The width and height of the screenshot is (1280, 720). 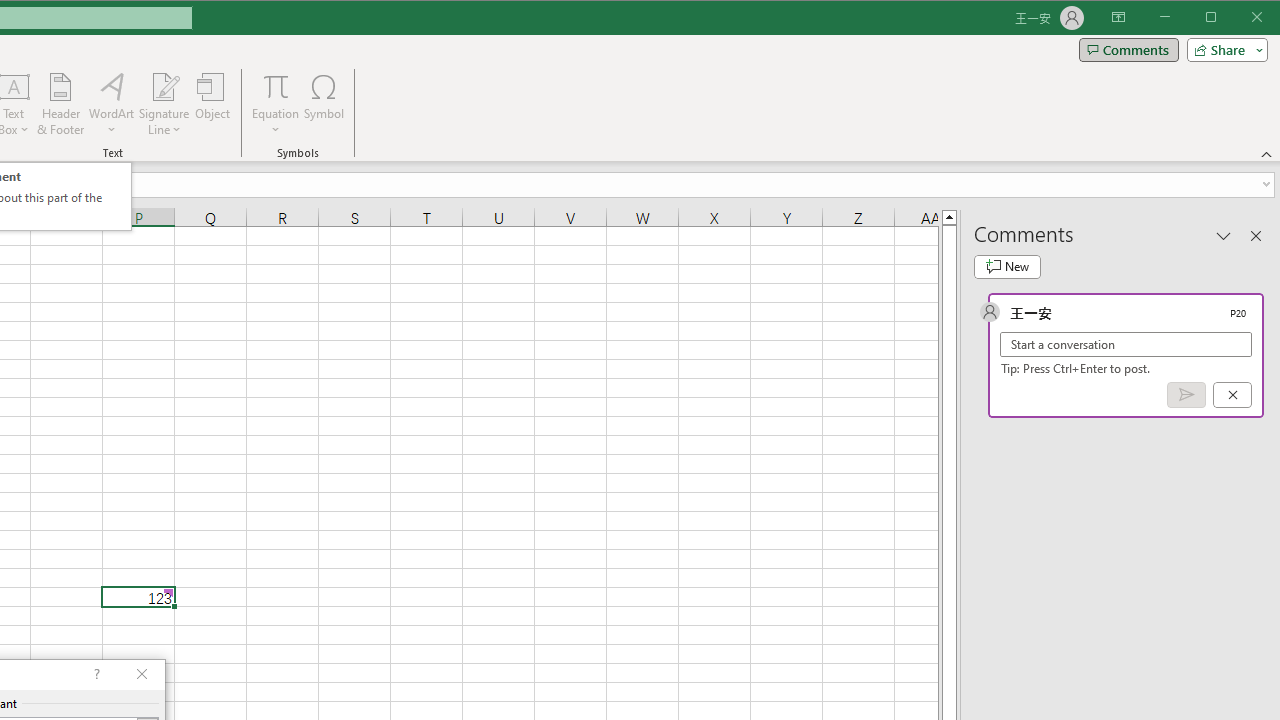 What do you see at coordinates (1231, 395) in the screenshot?
I see `'Cancel'` at bounding box center [1231, 395].